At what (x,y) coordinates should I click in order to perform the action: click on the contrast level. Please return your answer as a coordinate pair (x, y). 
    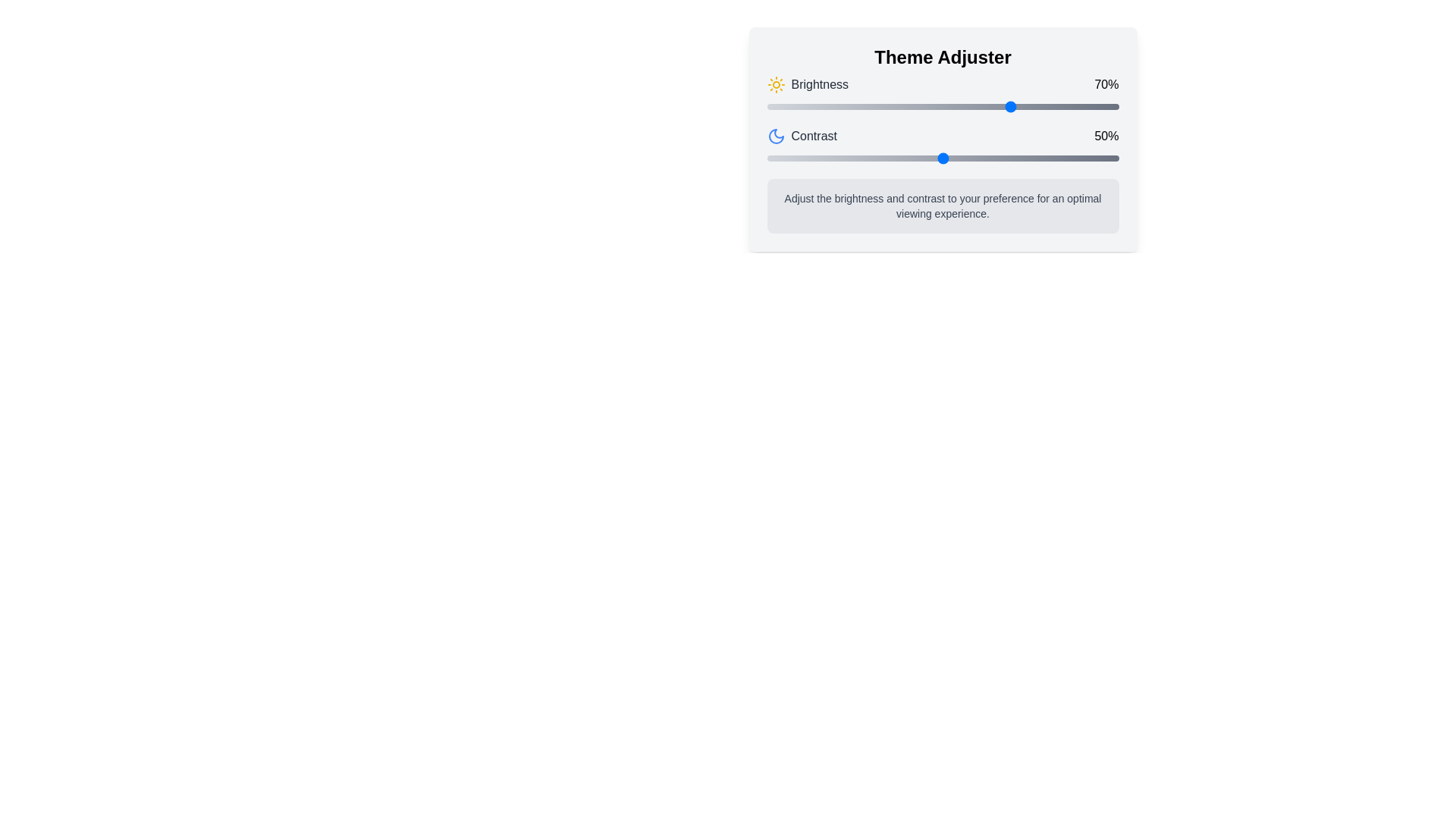
    Looking at the image, I should click on (876, 158).